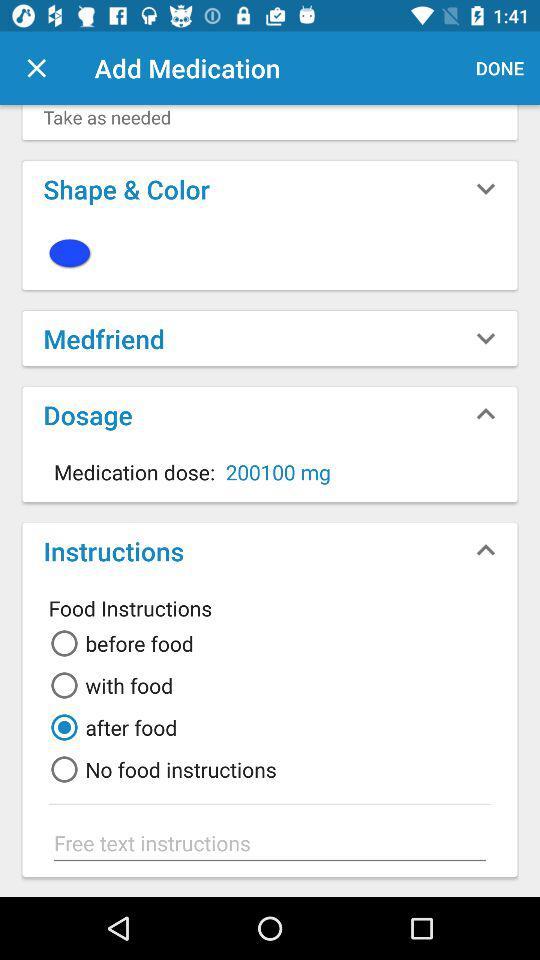  What do you see at coordinates (36, 68) in the screenshot?
I see `close` at bounding box center [36, 68].